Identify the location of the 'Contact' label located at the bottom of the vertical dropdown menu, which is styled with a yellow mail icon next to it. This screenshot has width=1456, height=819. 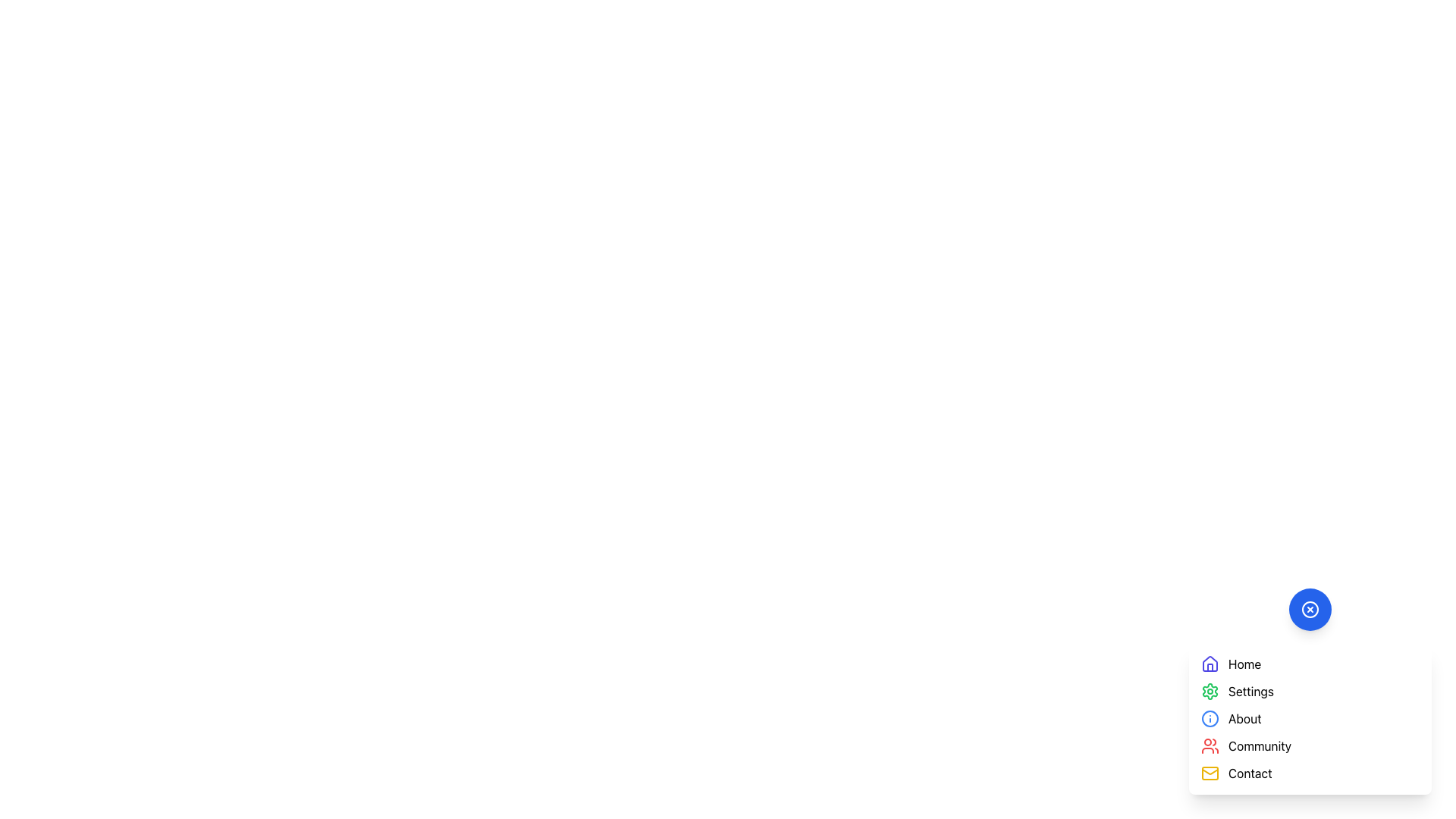
(1250, 773).